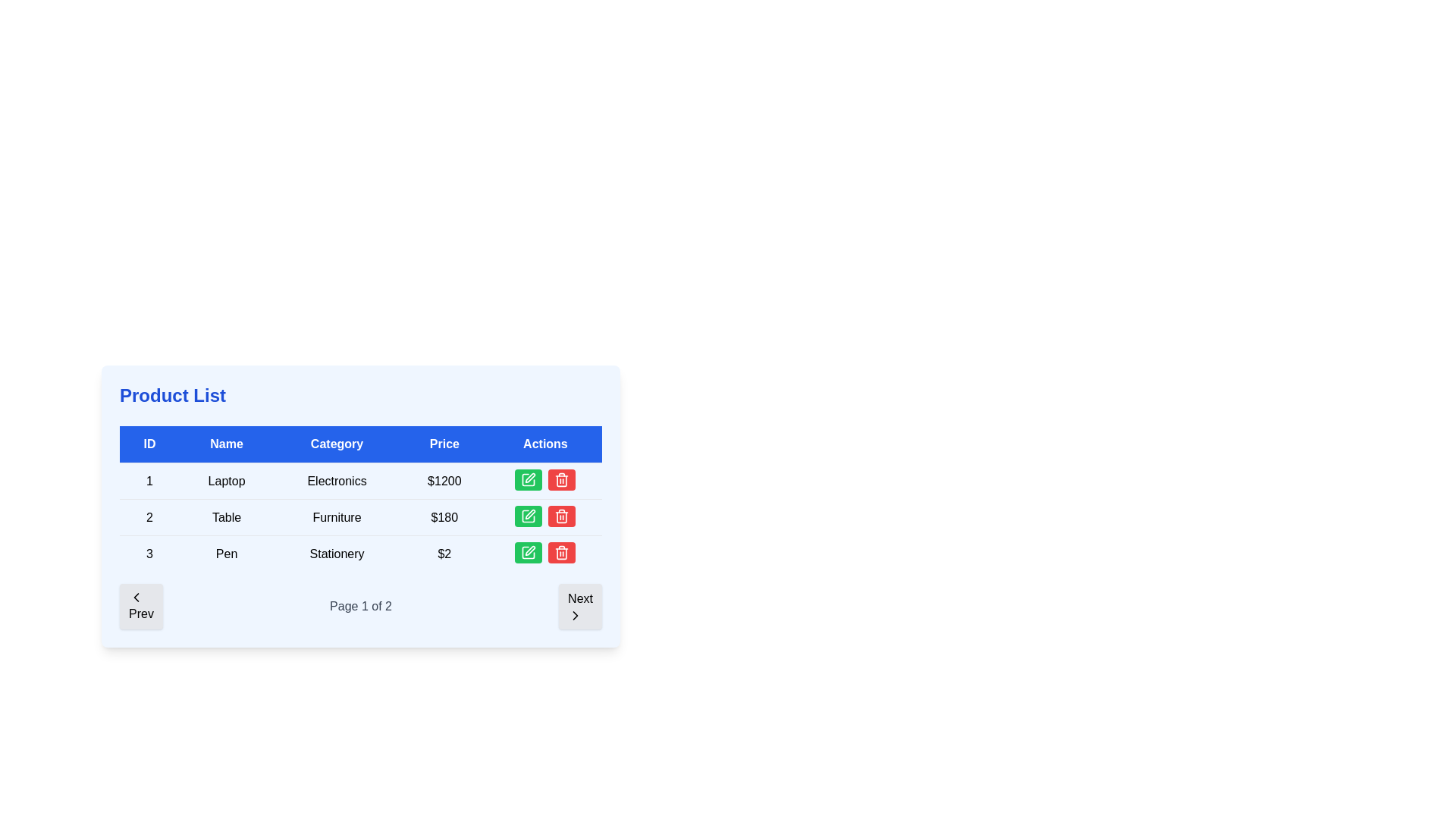 The image size is (1456, 819). I want to click on the 'Stationery' text label located in the 'Category' column of the third row of the table, situated between the 'Pen' entry and the '$2' entry, so click(336, 554).